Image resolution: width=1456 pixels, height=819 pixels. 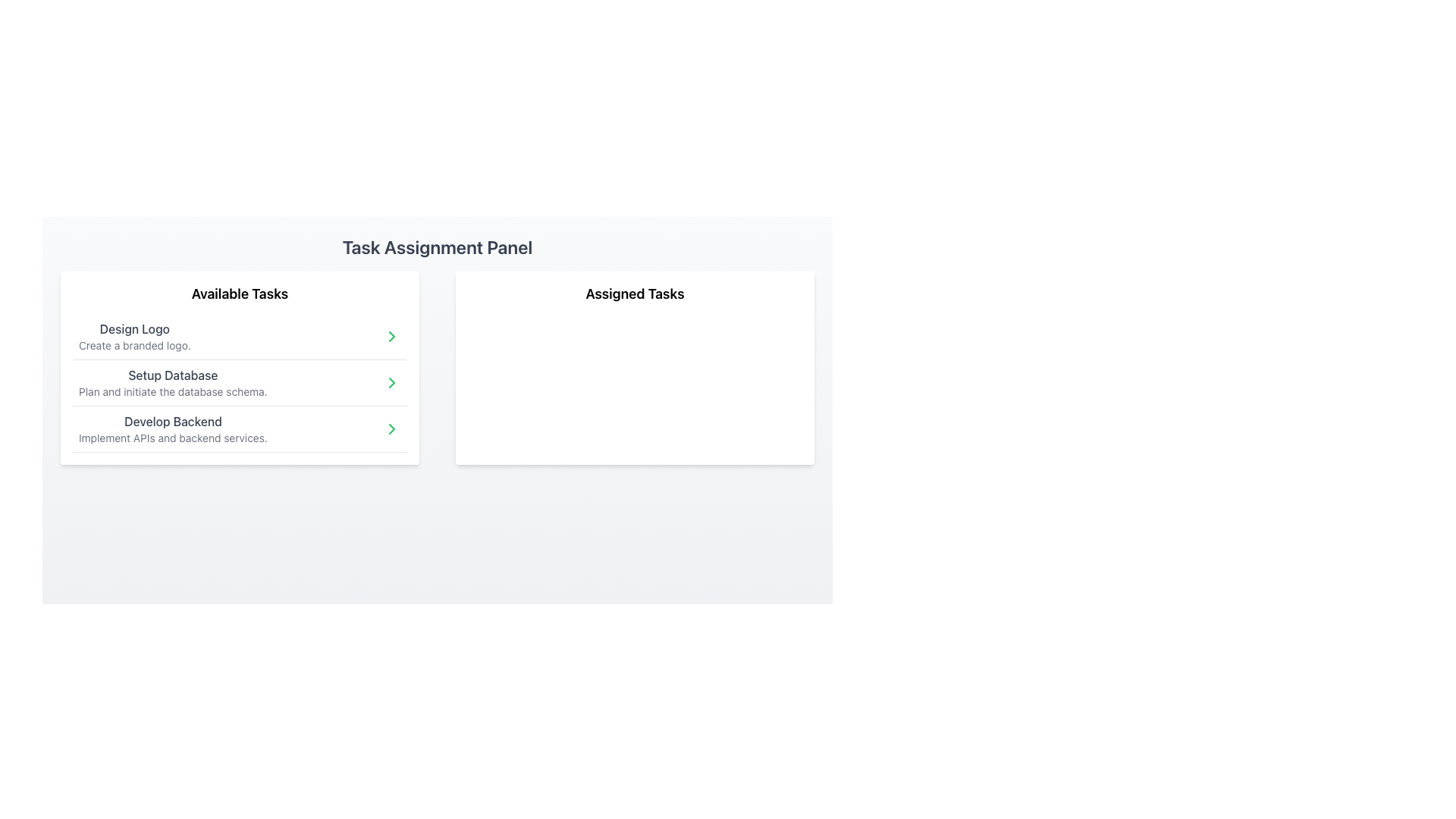 I want to click on the first task list item in the 'Available Tasks' section, so click(x=239, y=336).